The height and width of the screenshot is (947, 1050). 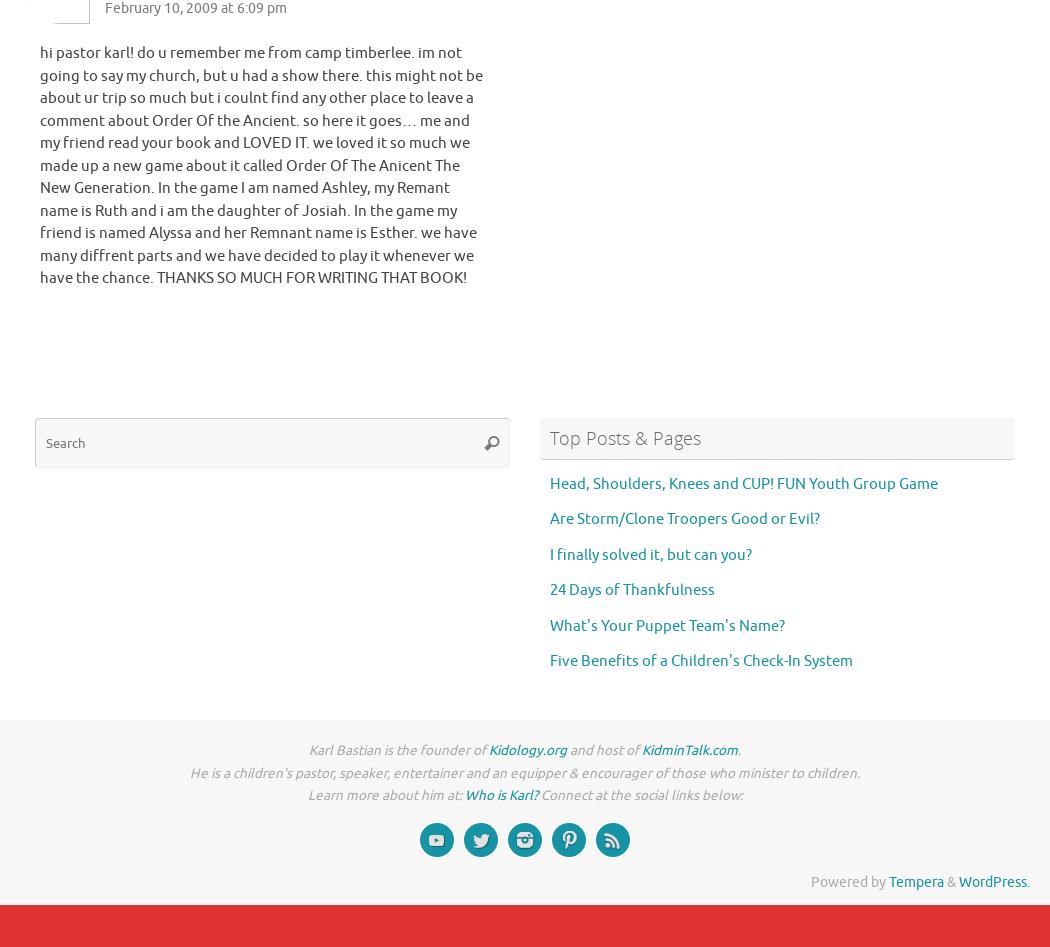 I want to click on 'Five Benefits of a Children's Check-In System', so click(x=700, y=661).